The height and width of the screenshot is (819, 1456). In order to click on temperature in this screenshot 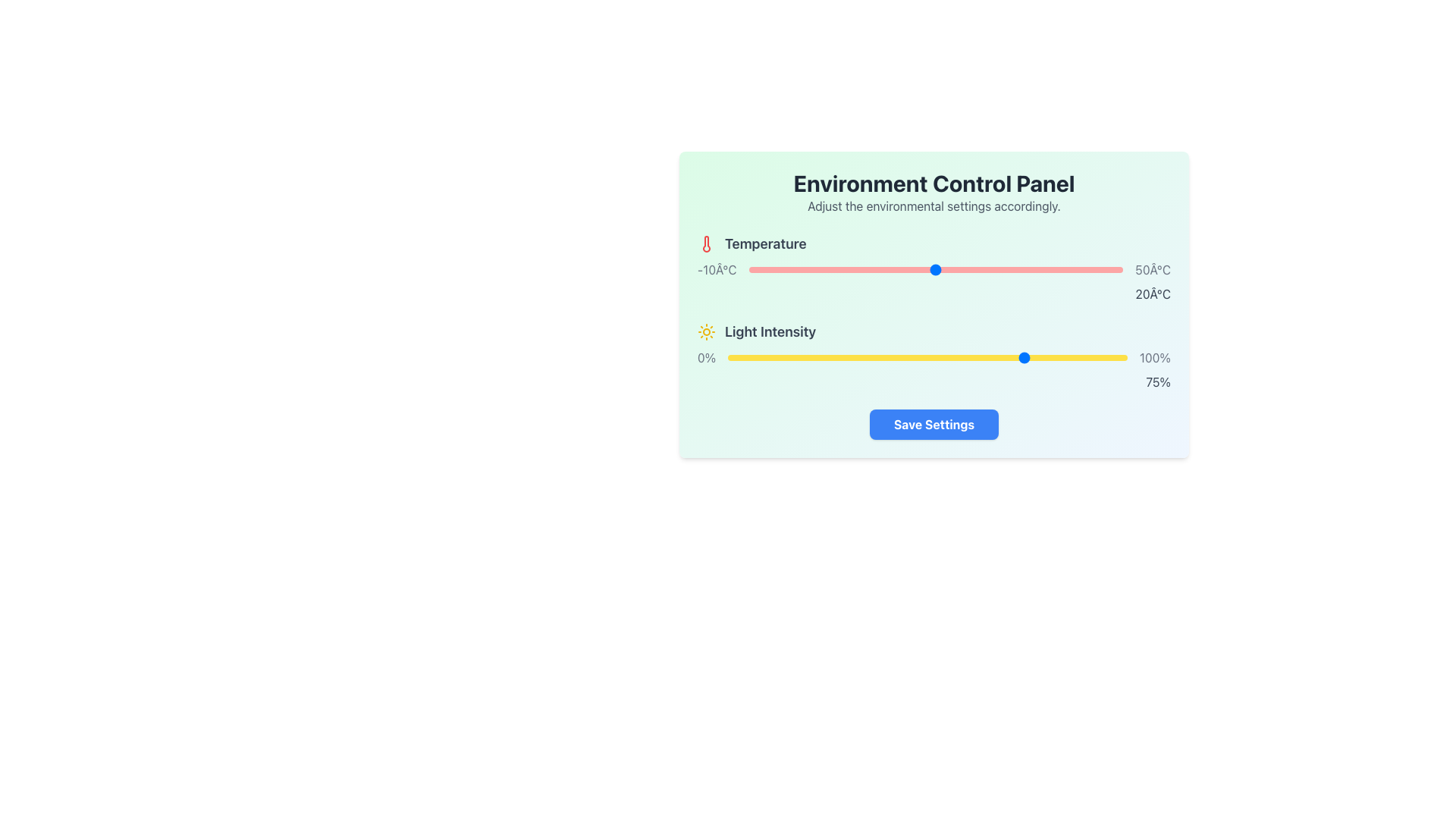, I will do `click(798, 268)`.